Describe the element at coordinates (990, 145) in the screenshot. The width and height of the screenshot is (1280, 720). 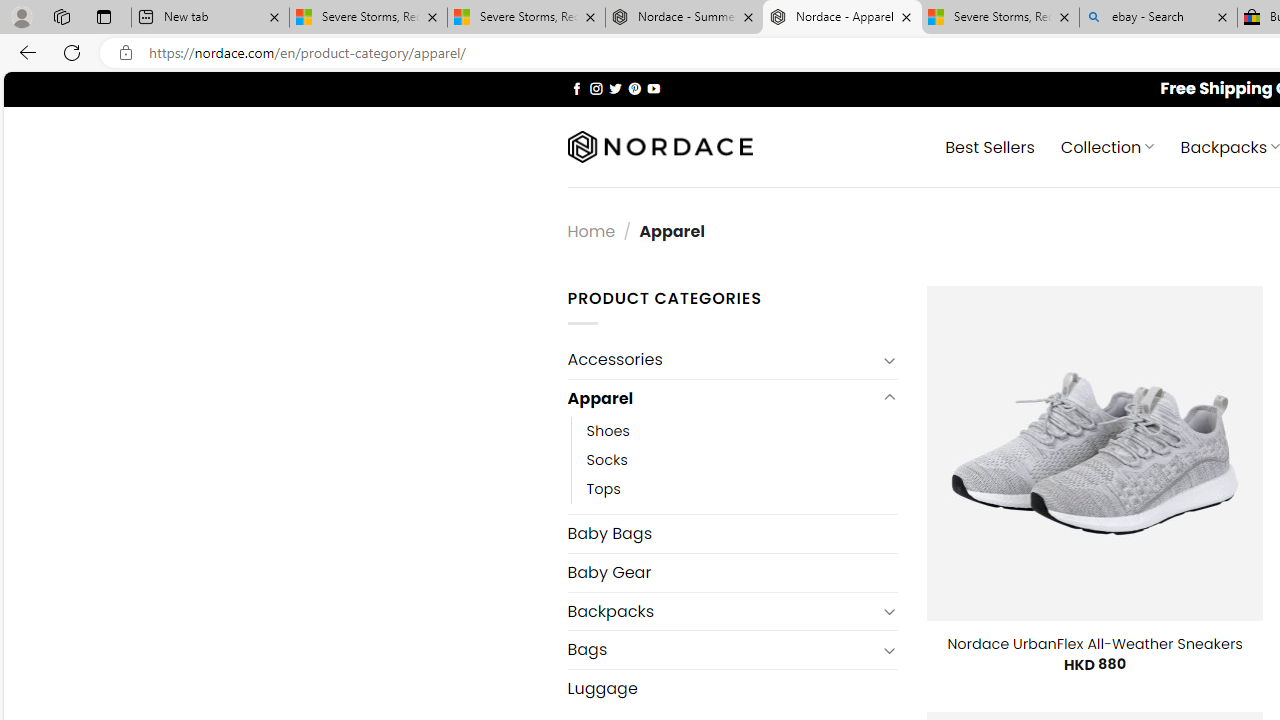
I see `'  Best Sellers'` at that location.